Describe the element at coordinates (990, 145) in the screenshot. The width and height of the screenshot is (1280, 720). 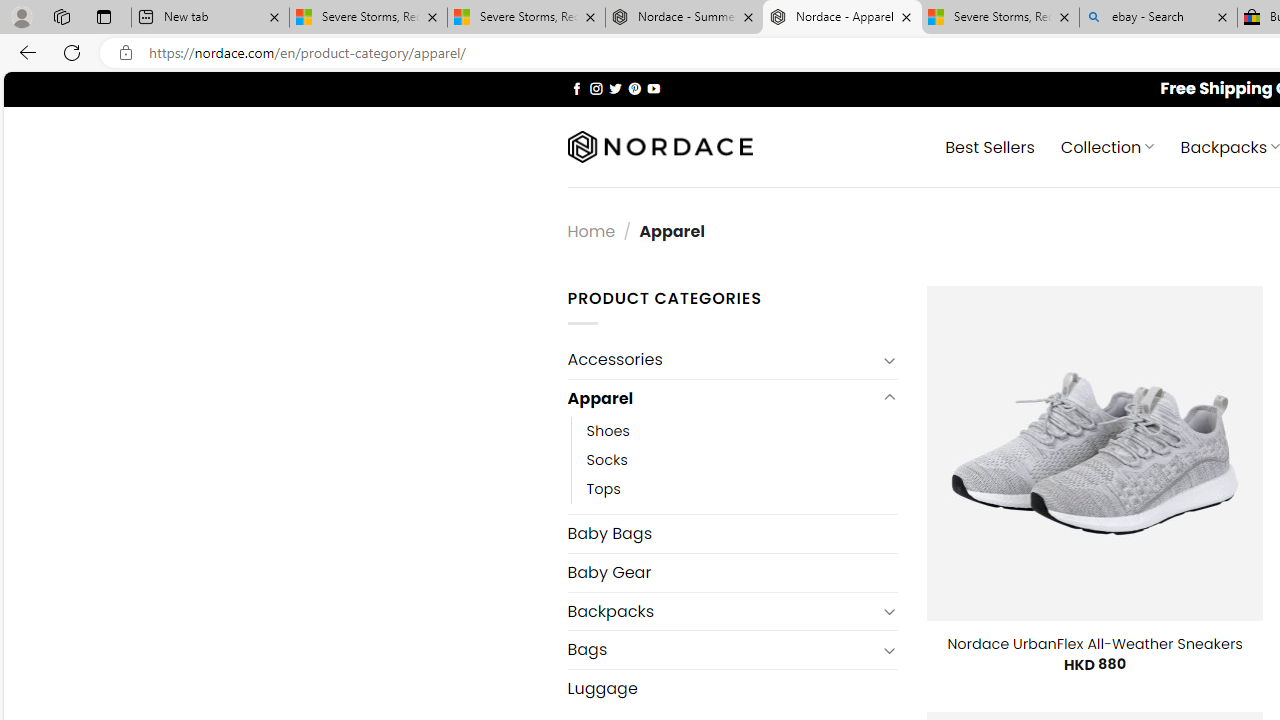
I see `'  Best Sellers'` at that location.